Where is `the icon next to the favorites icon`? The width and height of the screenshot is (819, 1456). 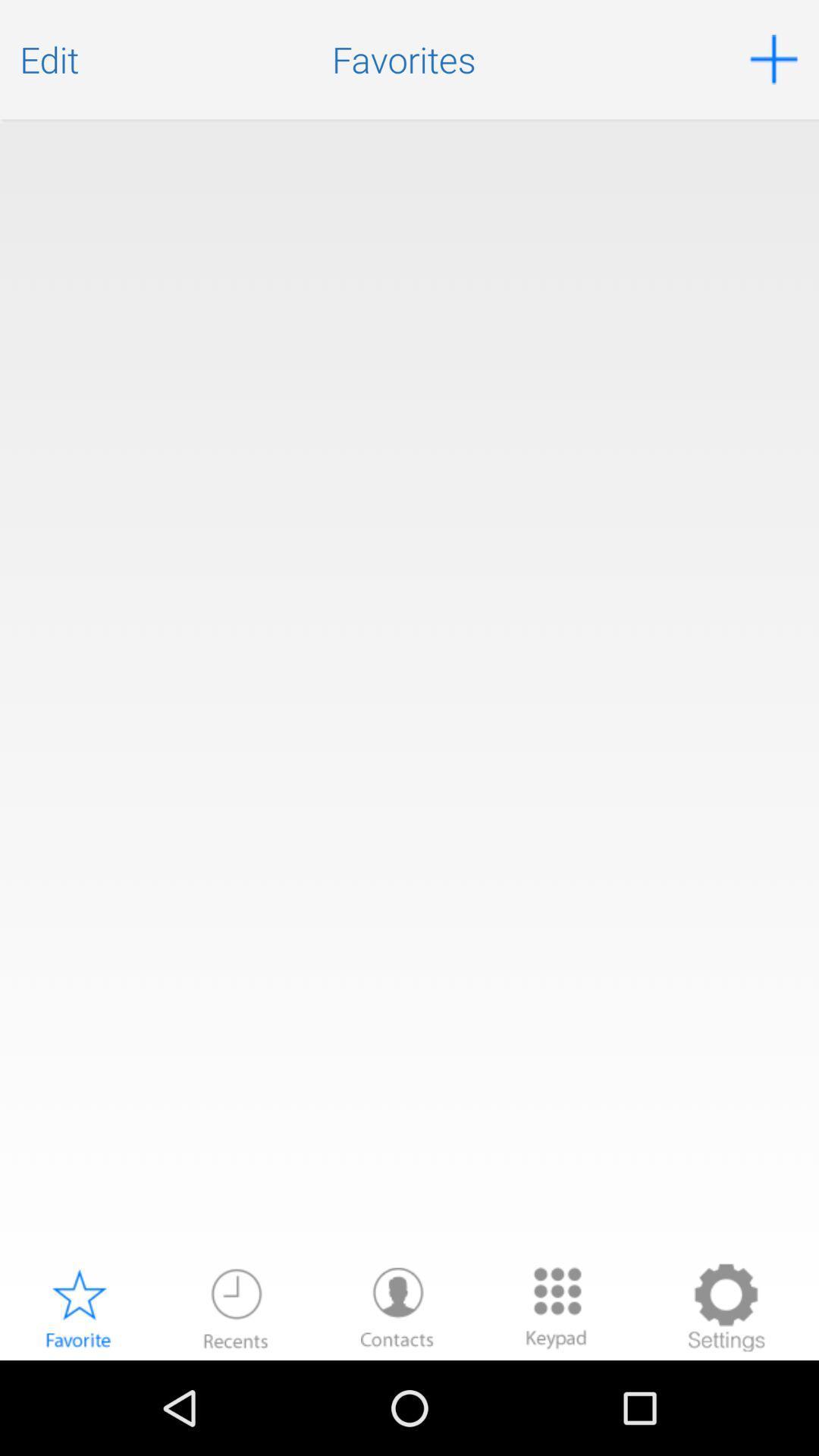 the icon next to the favorites icon is located at coordinates (49, 59).